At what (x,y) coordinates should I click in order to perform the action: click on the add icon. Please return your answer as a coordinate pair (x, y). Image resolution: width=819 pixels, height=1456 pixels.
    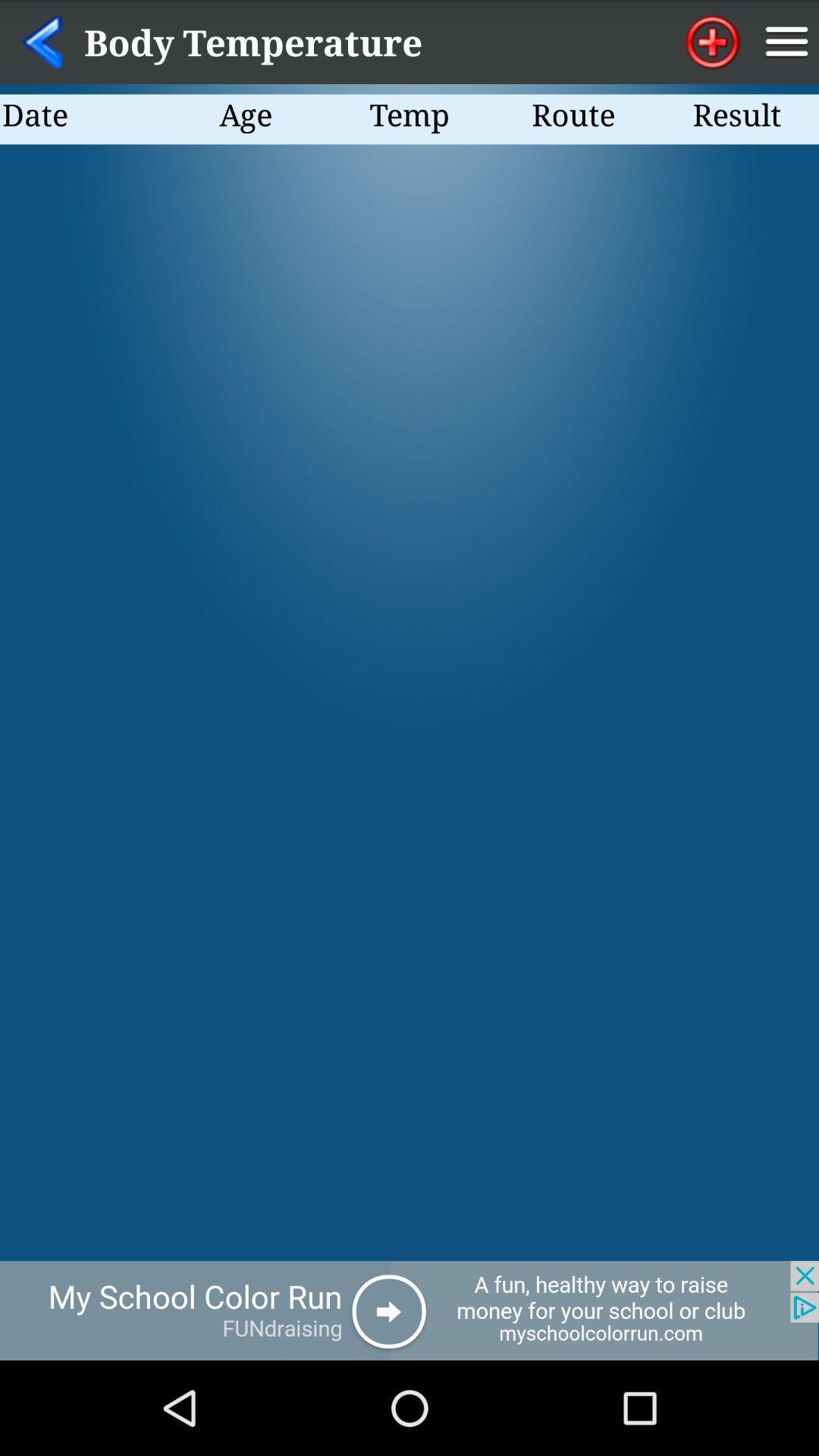
    Looking at the image, I should click on (712, 45).